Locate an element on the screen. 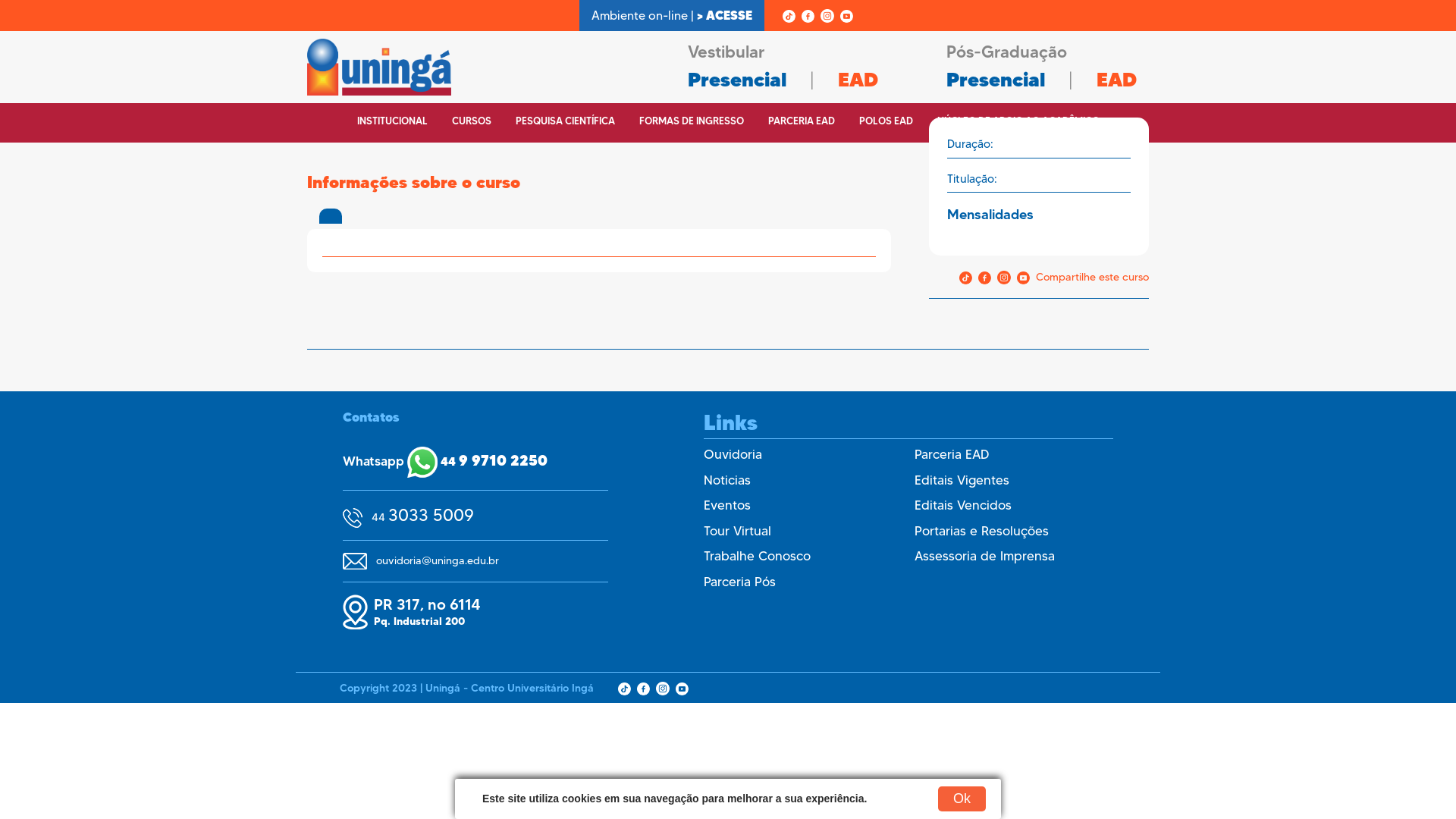  'FORMAS DE INGRESSO' is located at coordinates (638, 122).